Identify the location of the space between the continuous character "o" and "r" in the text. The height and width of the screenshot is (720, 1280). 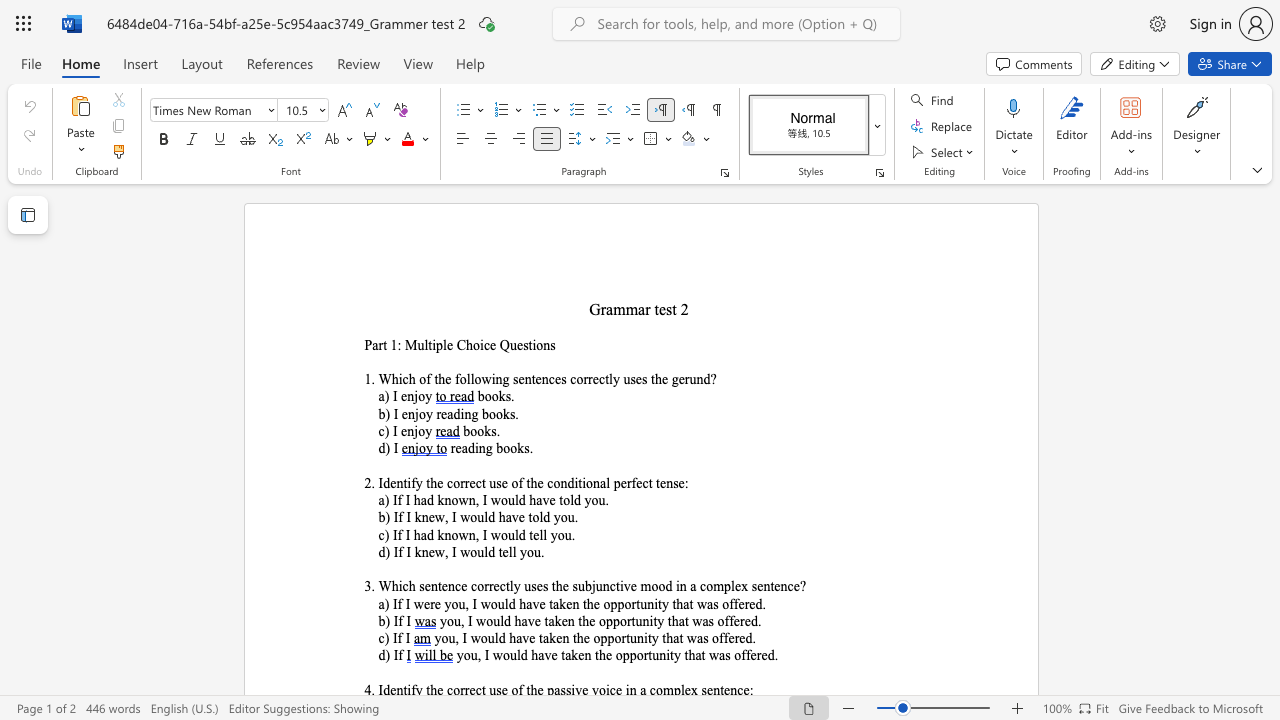
(458, 483).